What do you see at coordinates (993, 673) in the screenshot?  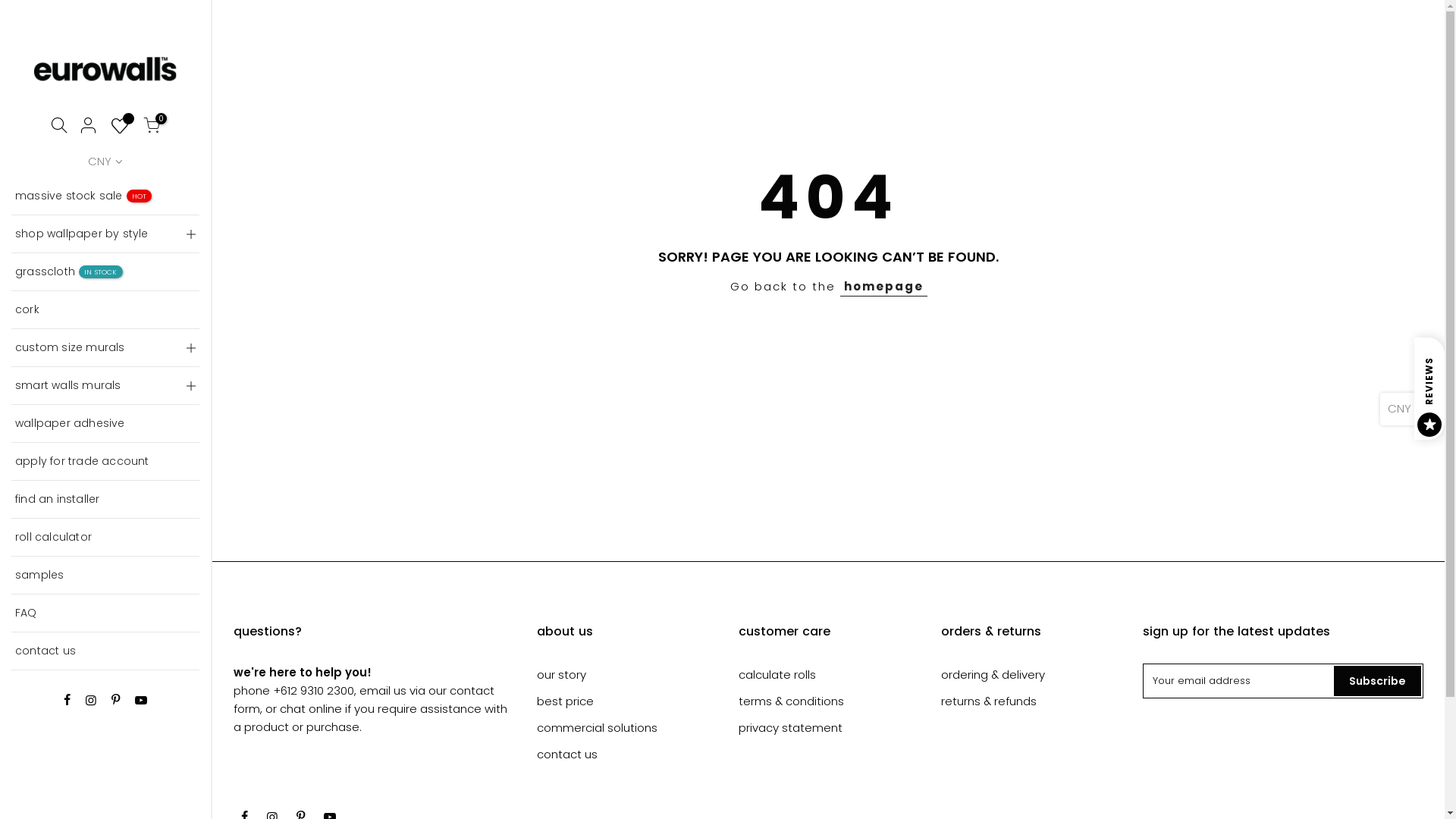 I see `'ordering & delivery'` at bounding box center [993, 673].